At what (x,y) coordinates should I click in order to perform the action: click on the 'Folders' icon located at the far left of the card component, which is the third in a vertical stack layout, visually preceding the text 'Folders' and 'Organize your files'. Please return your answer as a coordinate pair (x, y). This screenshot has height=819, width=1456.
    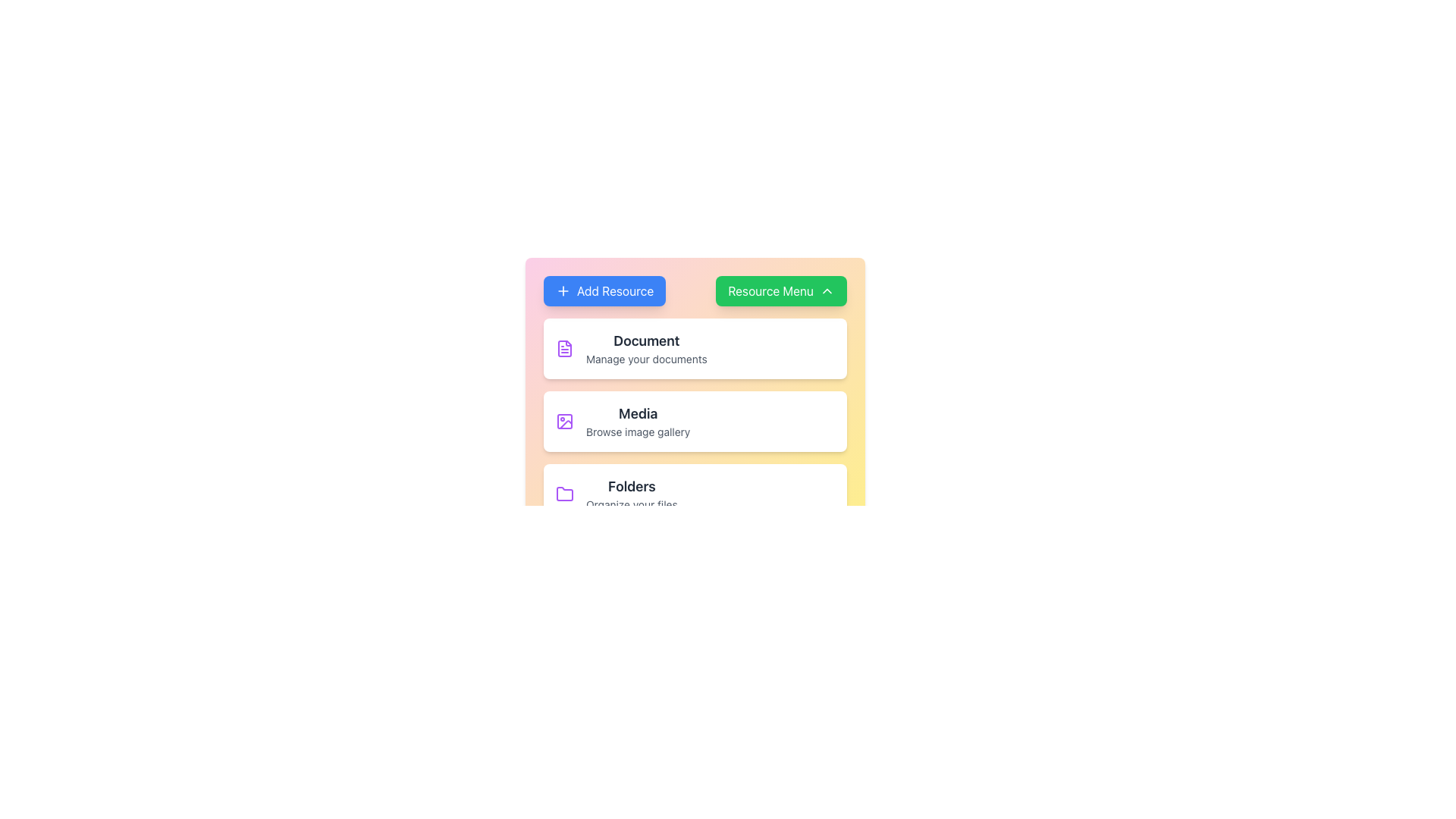
    Looking at the image, I should click on (563, 494).